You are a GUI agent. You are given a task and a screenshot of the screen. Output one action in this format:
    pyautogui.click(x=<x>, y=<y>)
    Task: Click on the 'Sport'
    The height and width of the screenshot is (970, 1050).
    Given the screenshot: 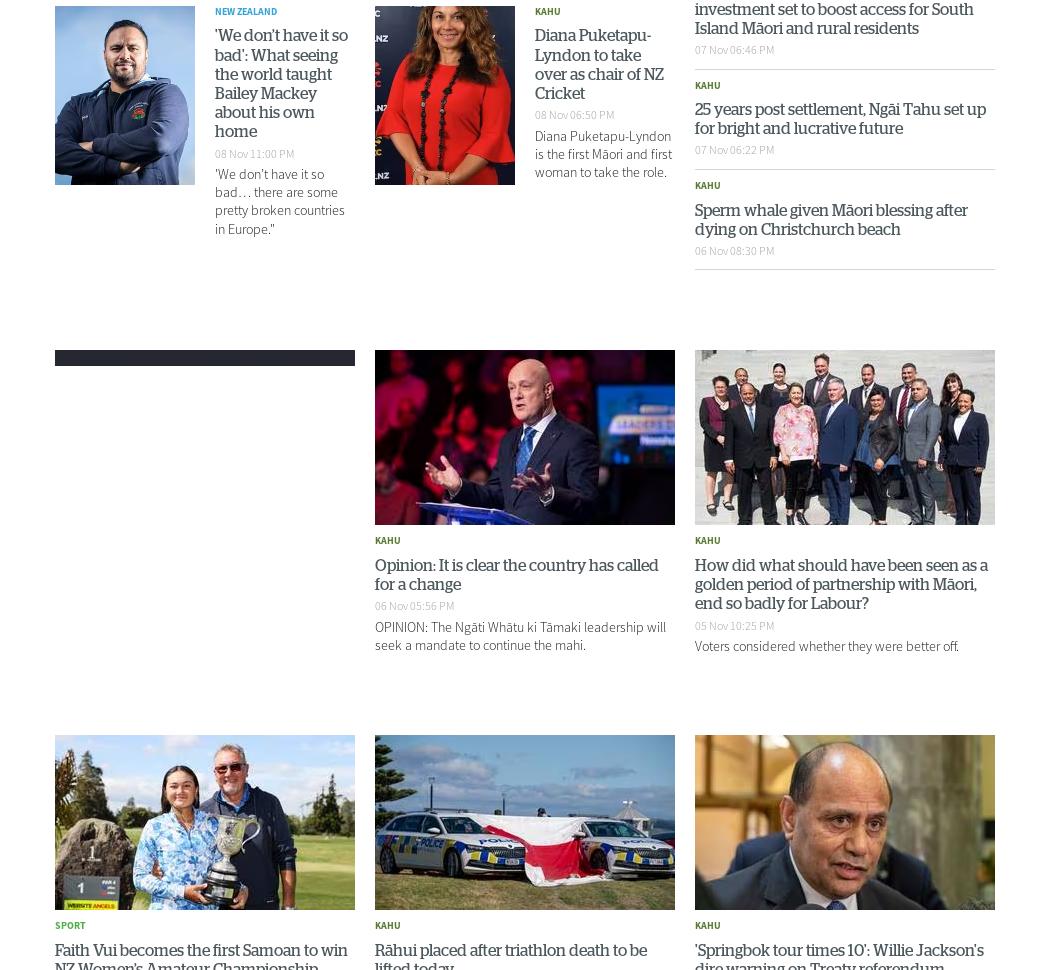 What is the action you would take?
    pyautogui.click(x=69, y=924)
    